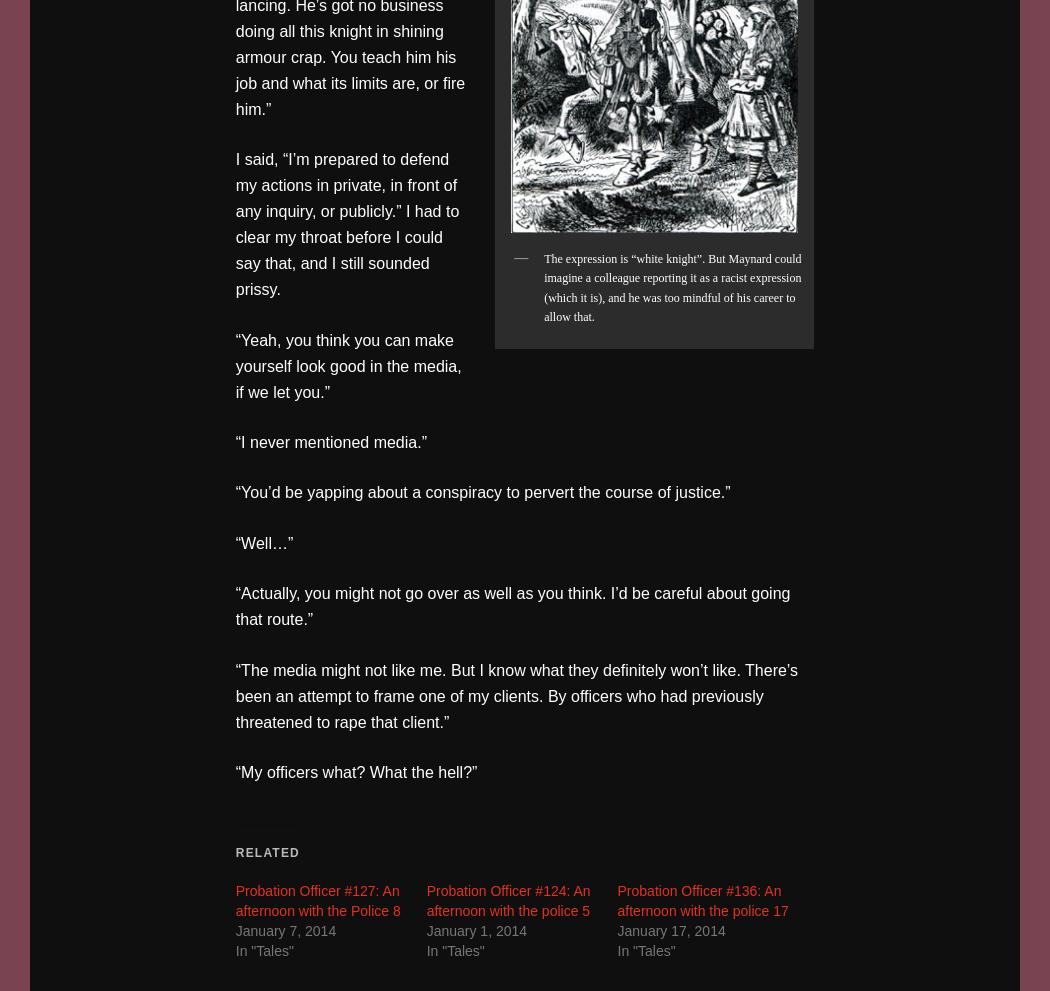 The width and height of the screenshot is (1050, 991). What do you see at coordinates (511, 606) in the screenshot?
I see `'“Actually, you might not go over as well as you think. I’d be careful about going that route.”'` at bounding box center [511, 606].